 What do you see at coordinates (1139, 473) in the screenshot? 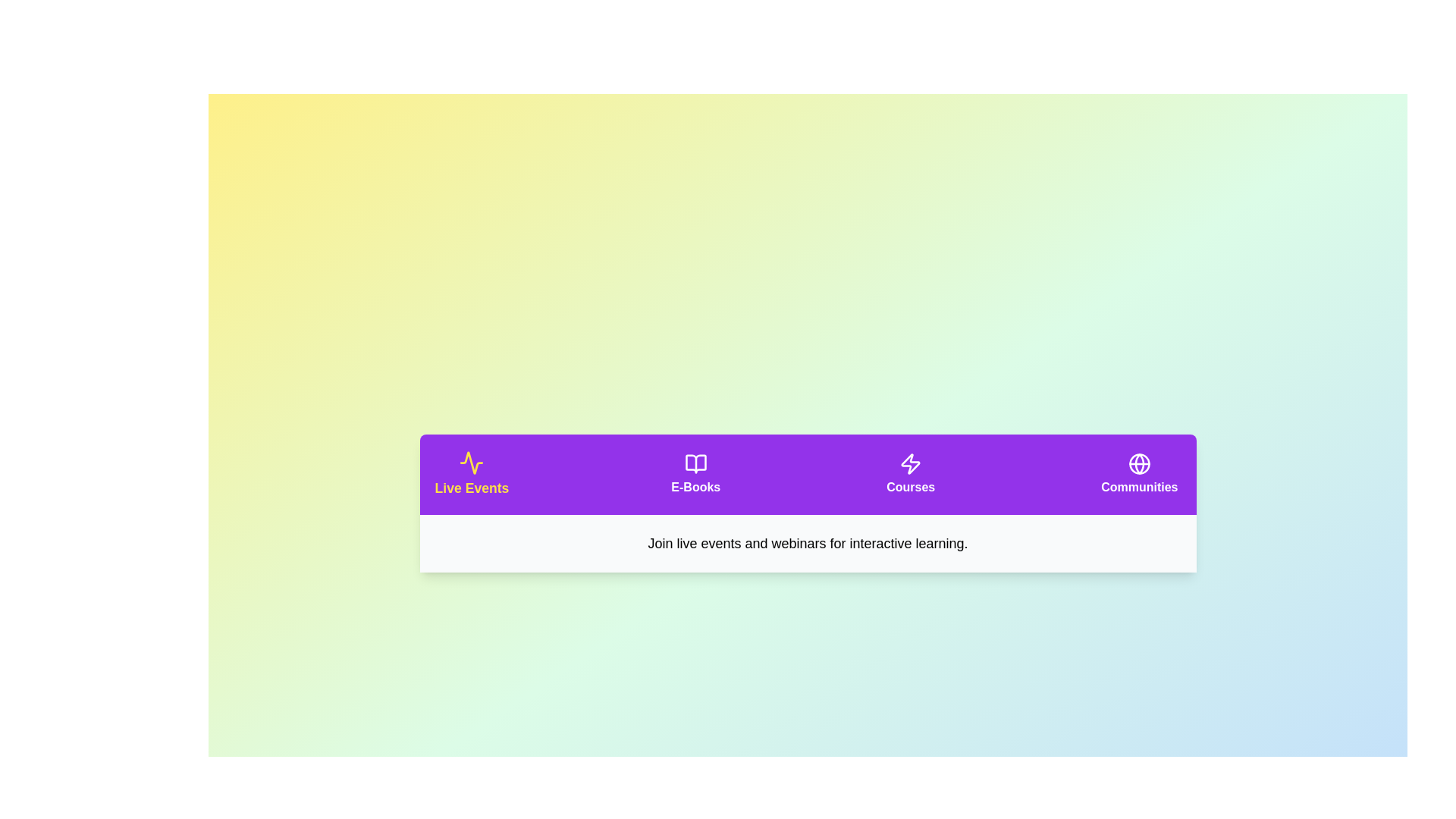
I see `the tab corresponding to Communities to activate it` at bounding box center [1139, 473].